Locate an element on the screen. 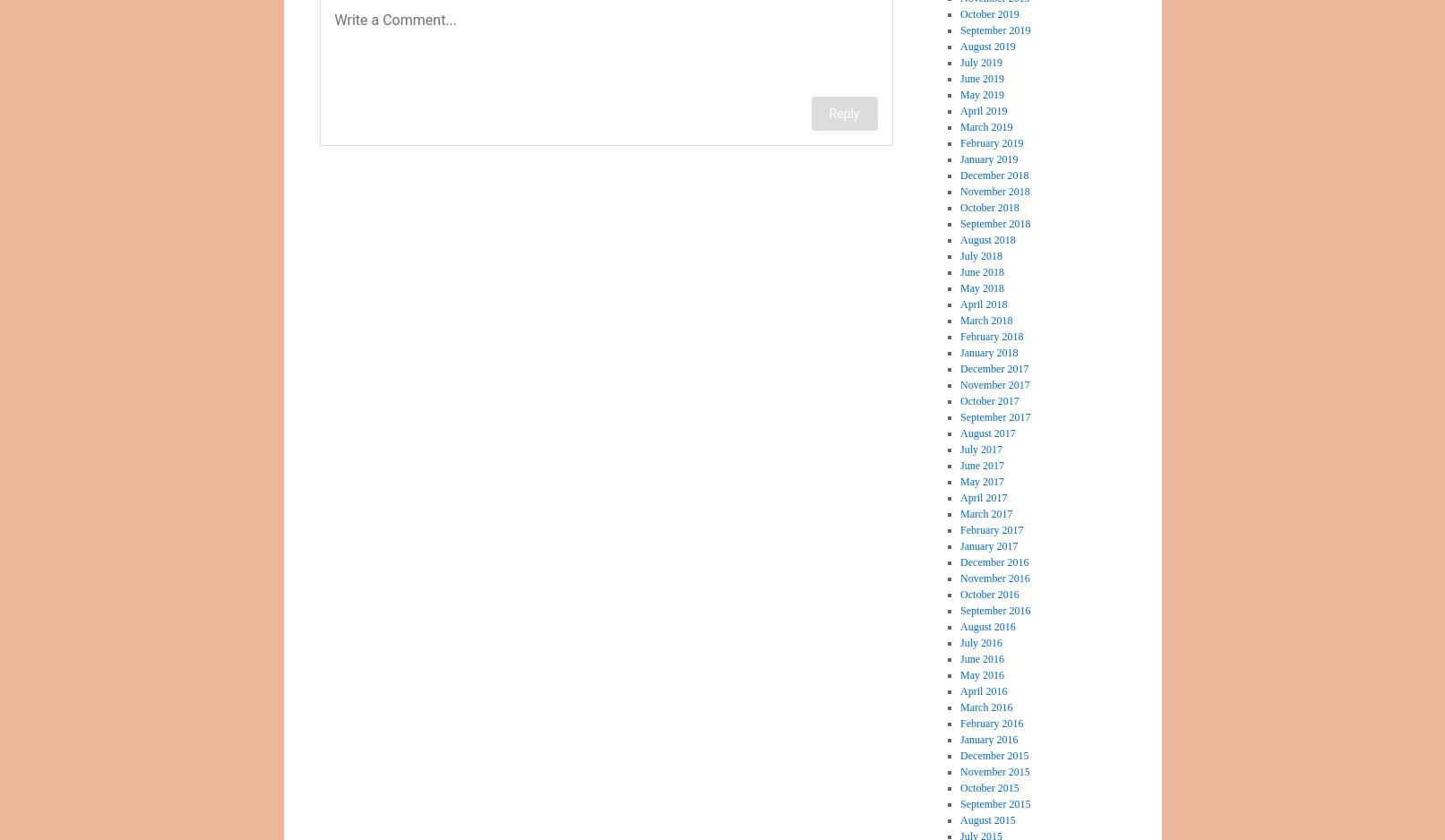 Image resolution: width=1445 pixels, height=840 pixels. 'October 2017' is located at coordinates (988, 399).